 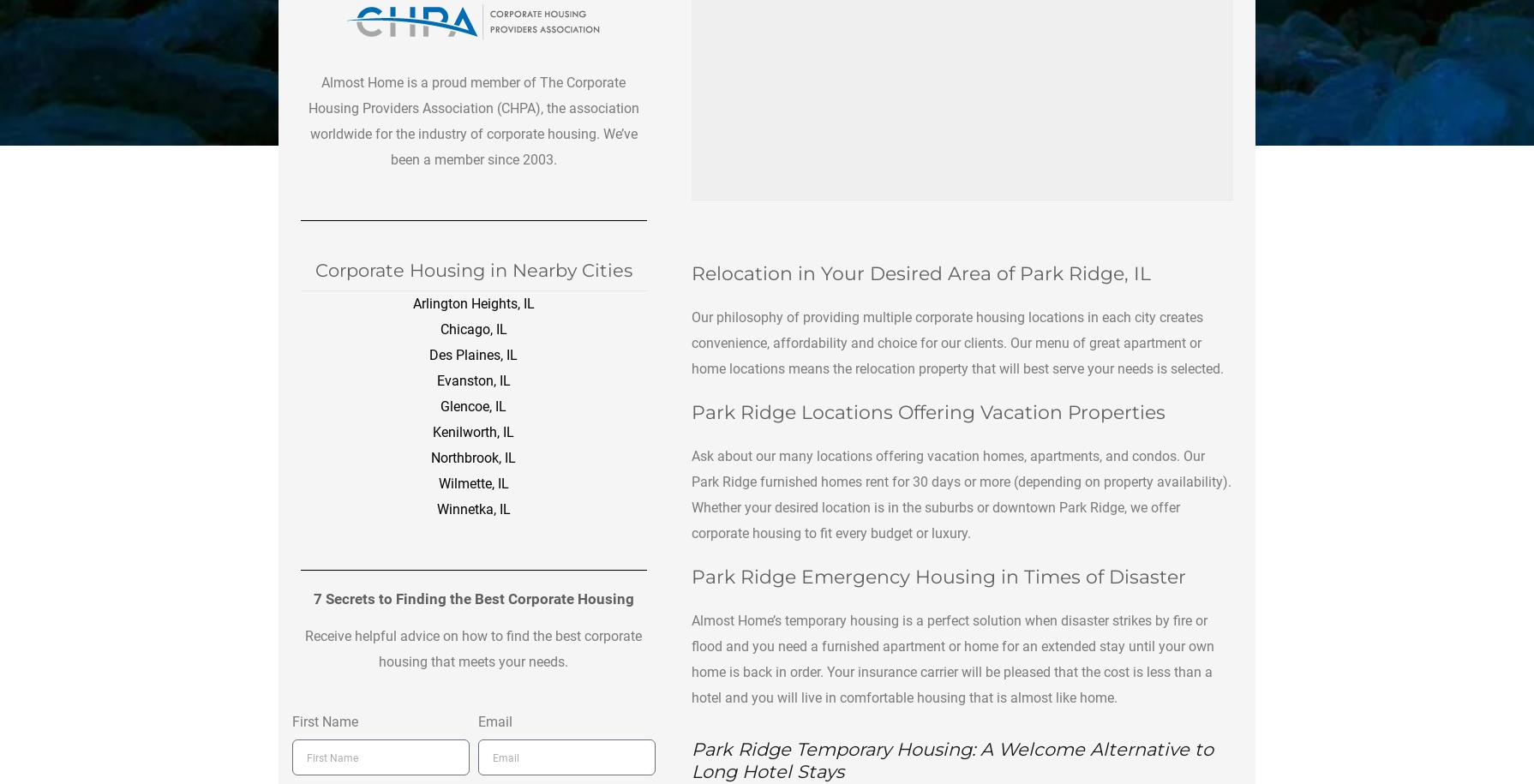 What do you see at coordinates (472, 457) in the screenshot?
I see `'Northbrook, IL'` at bounding box center [472, 457].